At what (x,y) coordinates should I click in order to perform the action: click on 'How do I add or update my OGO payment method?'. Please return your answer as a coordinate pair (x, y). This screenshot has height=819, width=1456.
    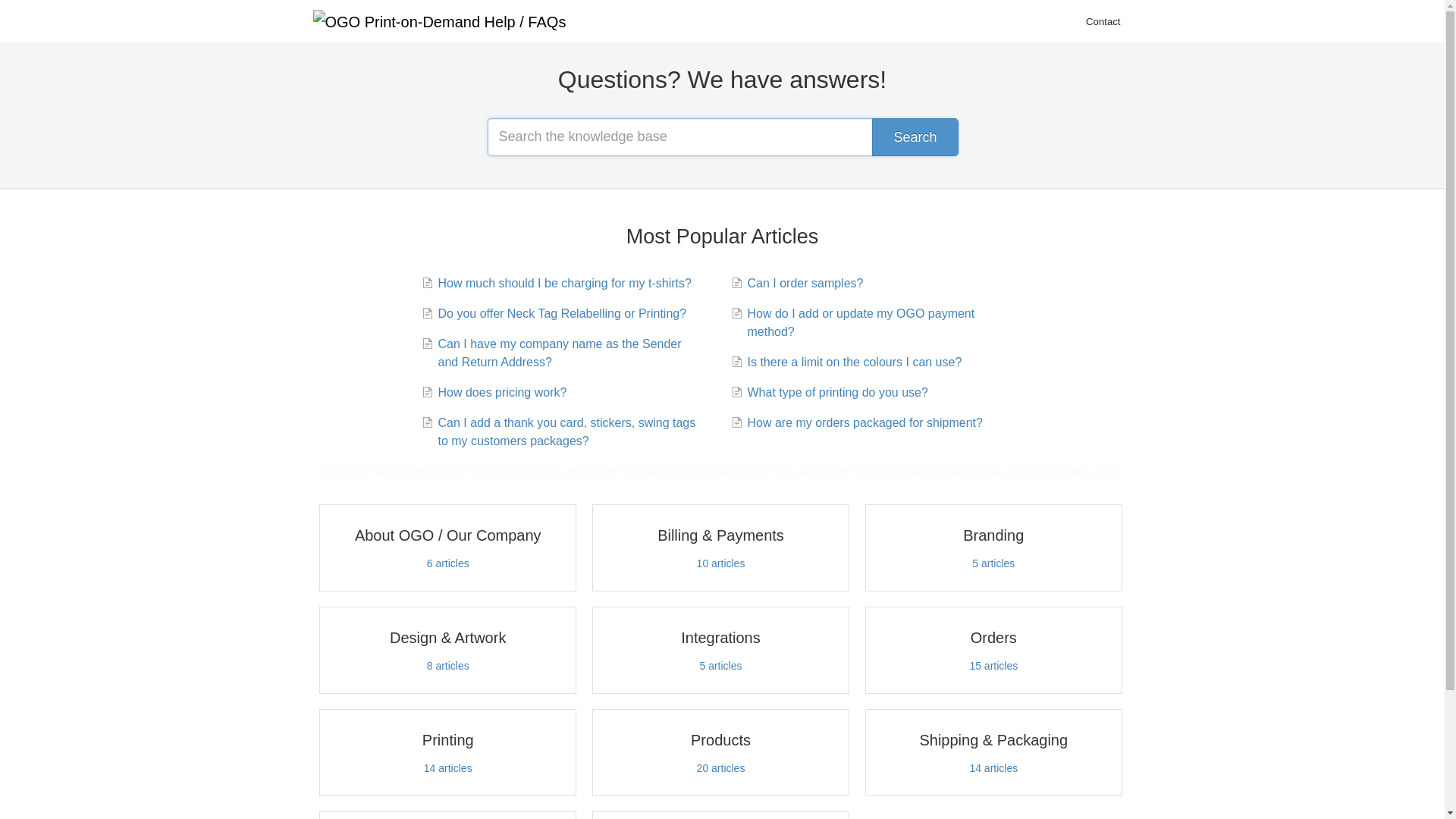
    Looking at the image, I should click on (877, 322).